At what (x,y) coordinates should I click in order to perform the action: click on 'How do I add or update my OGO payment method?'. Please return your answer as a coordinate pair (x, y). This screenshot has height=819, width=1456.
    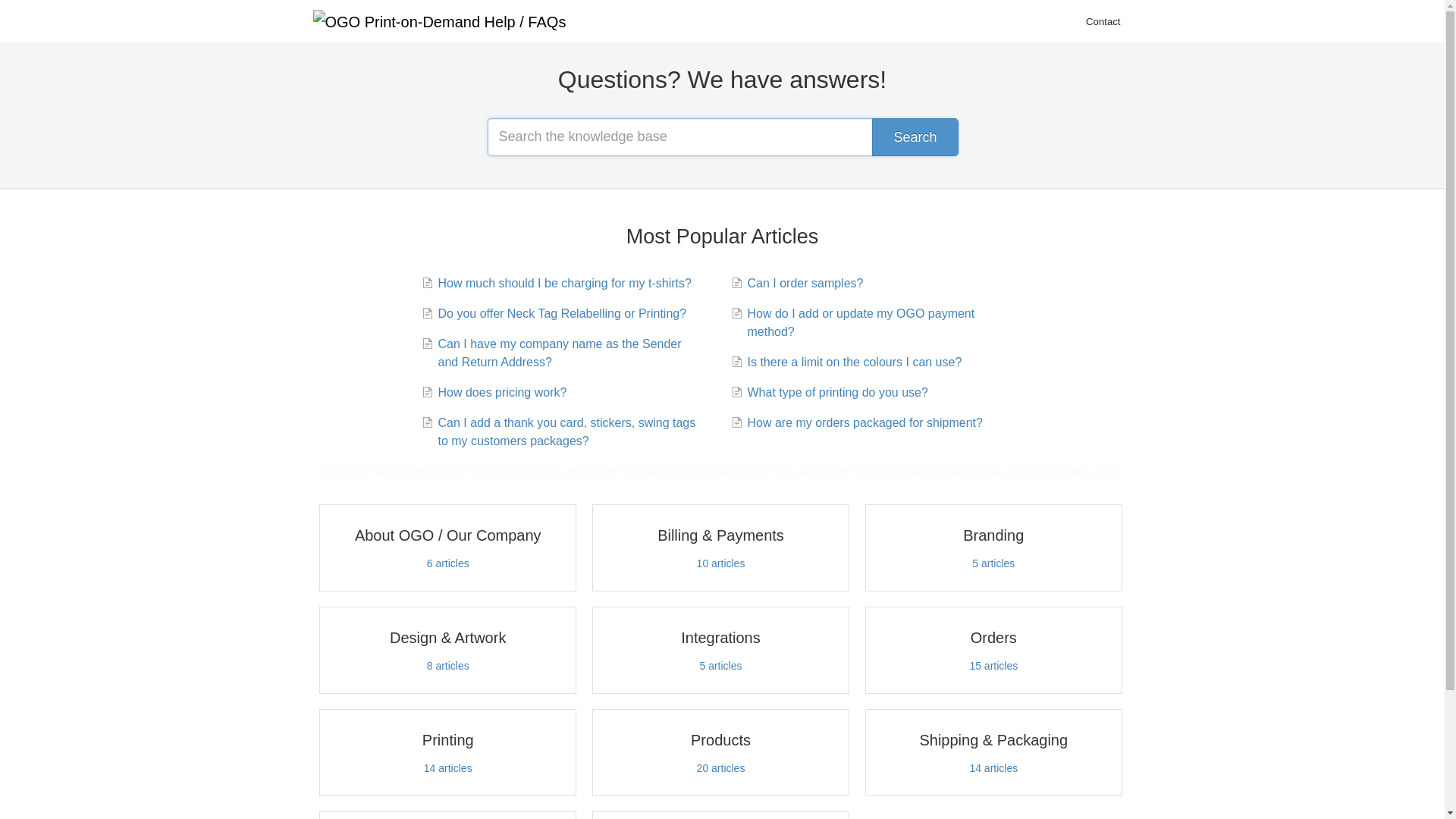
    Looking at the image, I should click on (877, 322).